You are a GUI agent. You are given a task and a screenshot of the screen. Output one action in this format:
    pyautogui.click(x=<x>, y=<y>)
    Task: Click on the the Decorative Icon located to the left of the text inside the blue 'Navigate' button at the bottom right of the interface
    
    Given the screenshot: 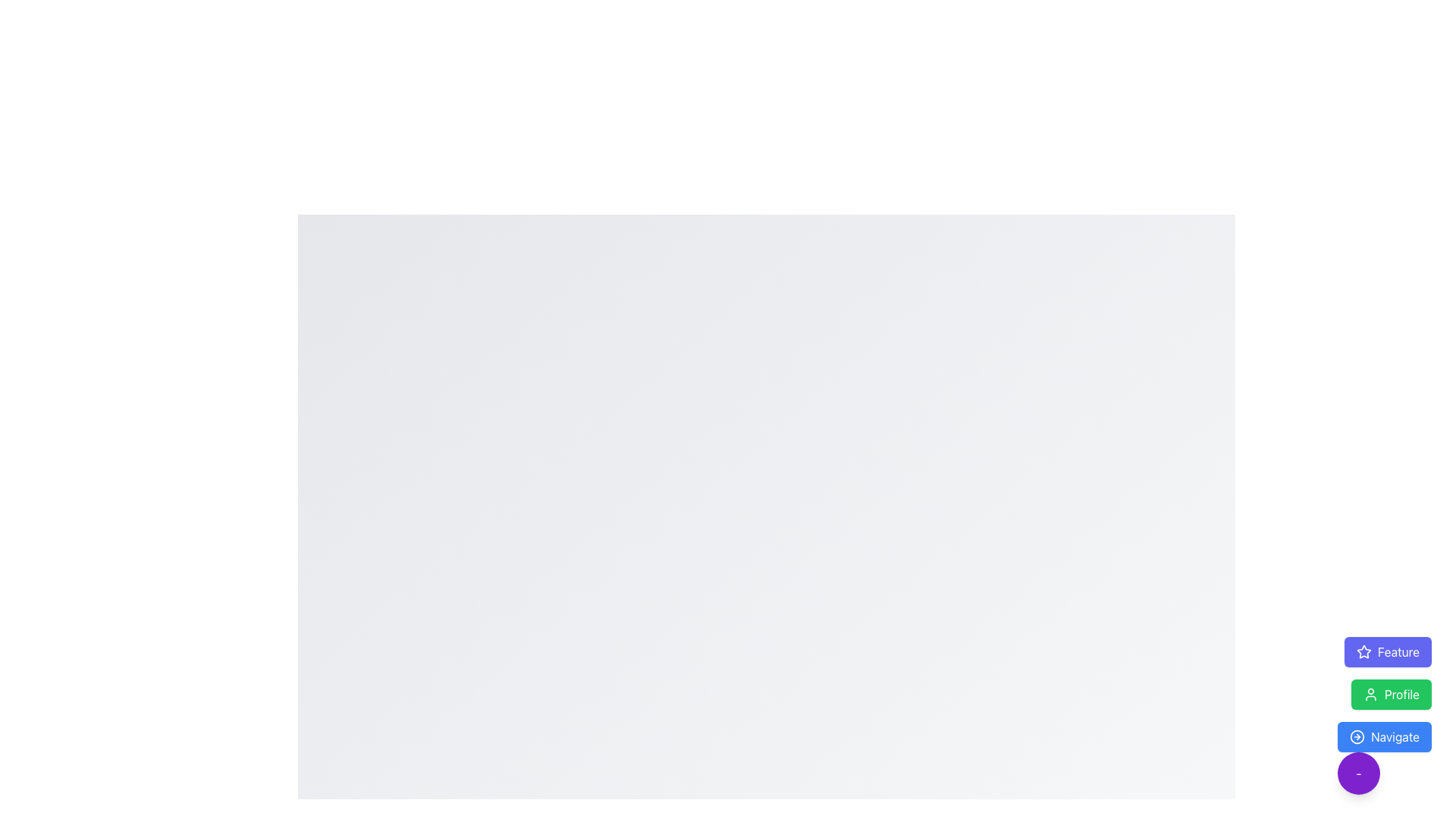 What is the action you would take?
    pyautogui.click(x=1357, y=736)
    